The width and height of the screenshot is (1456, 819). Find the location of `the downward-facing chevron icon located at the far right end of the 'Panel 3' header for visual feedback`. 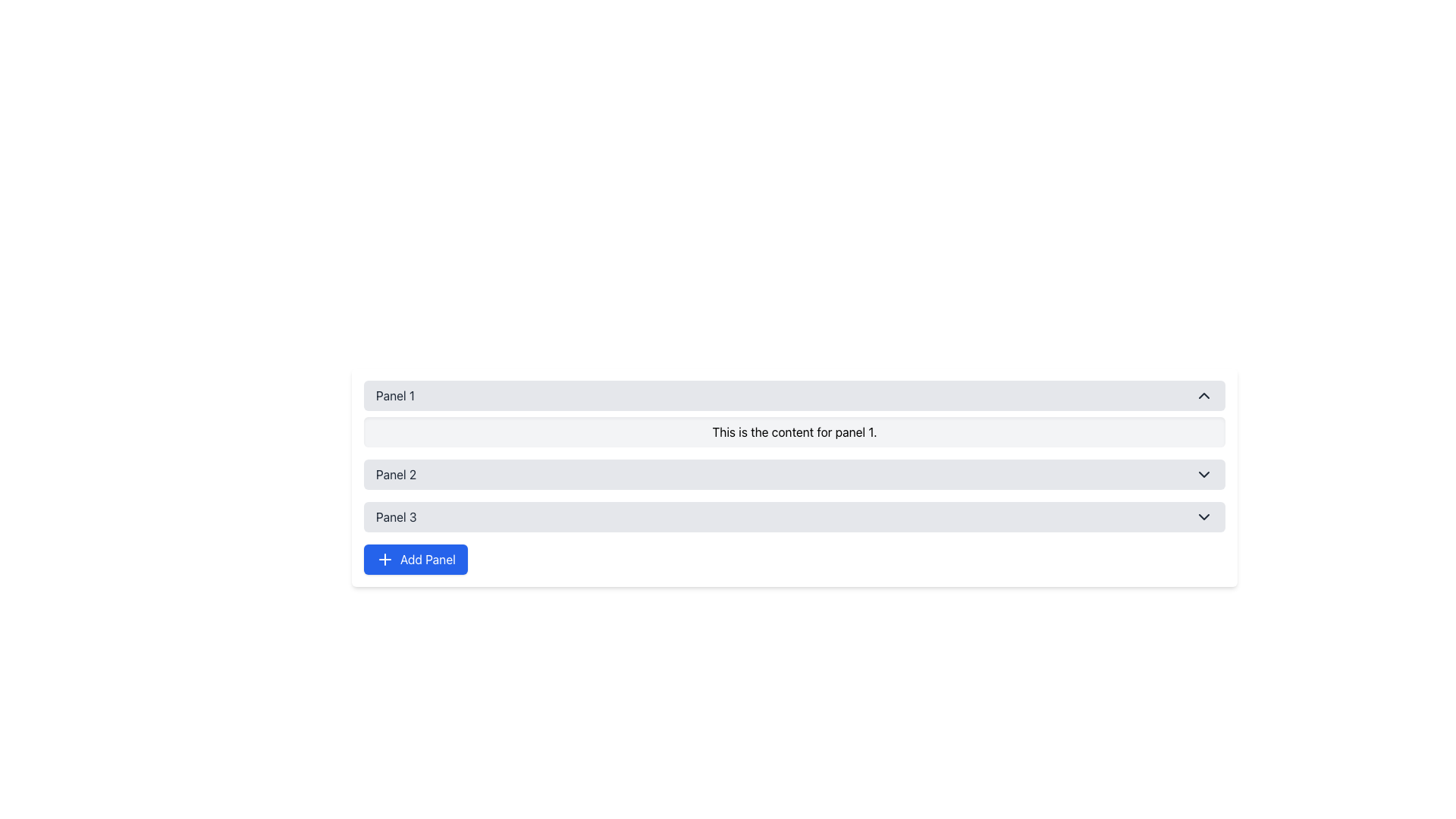

the downward-facing chevron icon located at the far right end of the 'Panel 3' header for visual feedback is located at coordinates (1203, 516).